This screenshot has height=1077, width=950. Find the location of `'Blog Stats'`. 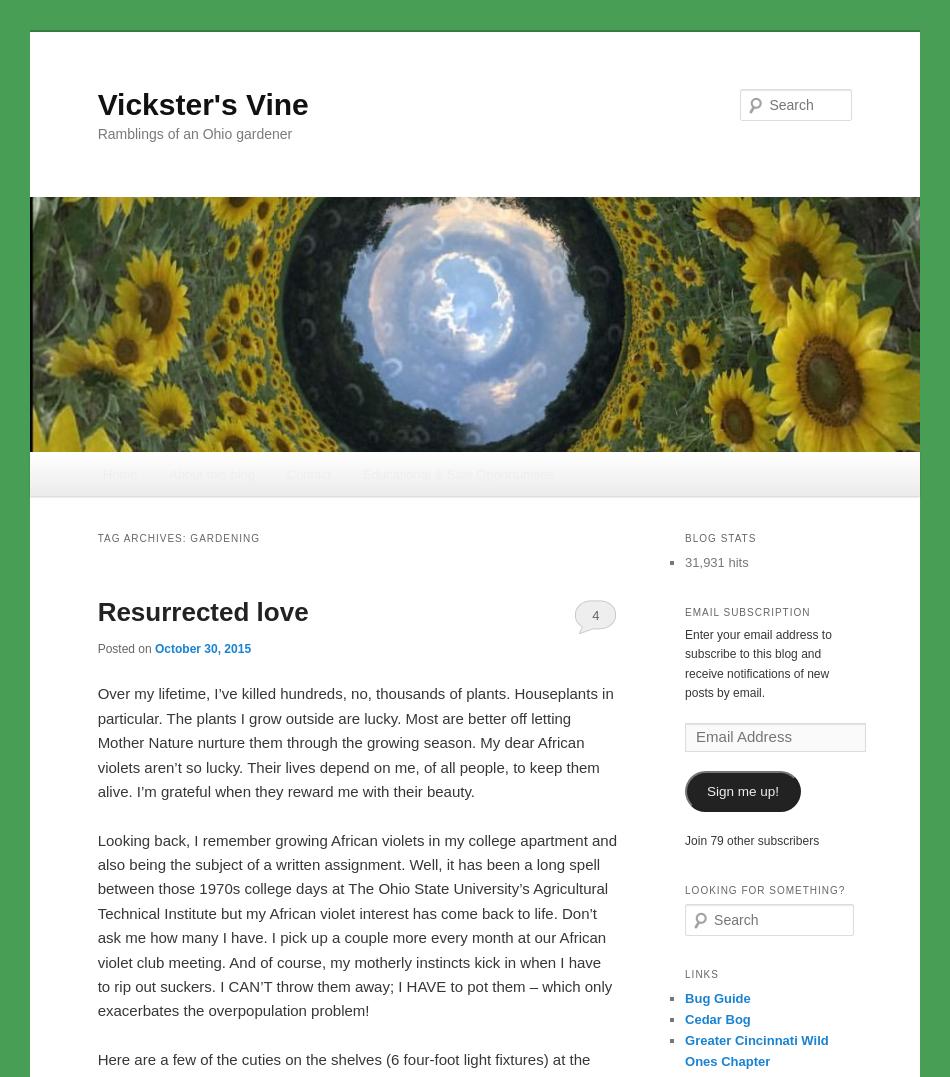

'Blog Stats' is located at coordinates (685, 537).